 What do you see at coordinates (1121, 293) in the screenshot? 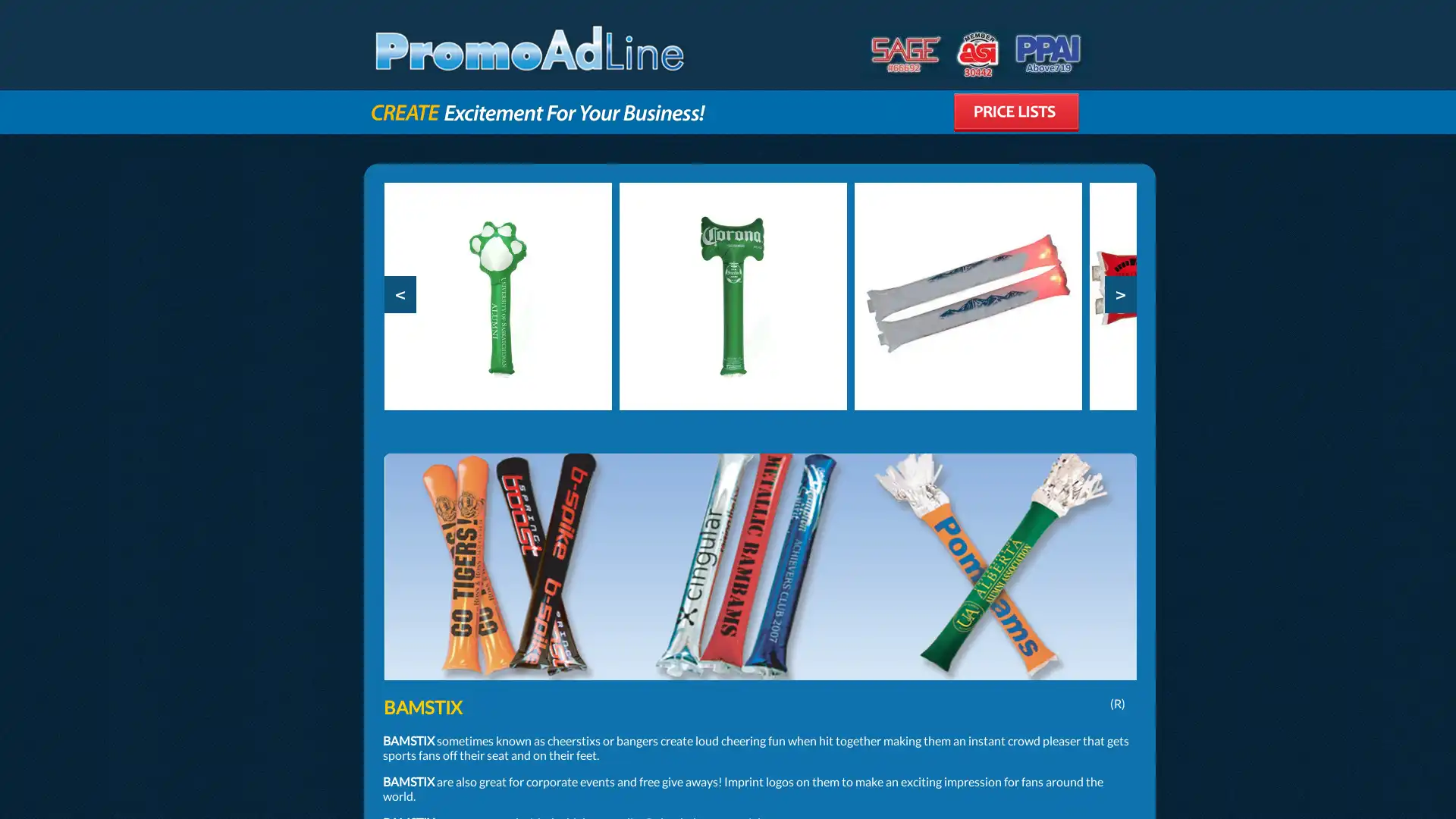
I see `>` at bounding box center [1121, 293].